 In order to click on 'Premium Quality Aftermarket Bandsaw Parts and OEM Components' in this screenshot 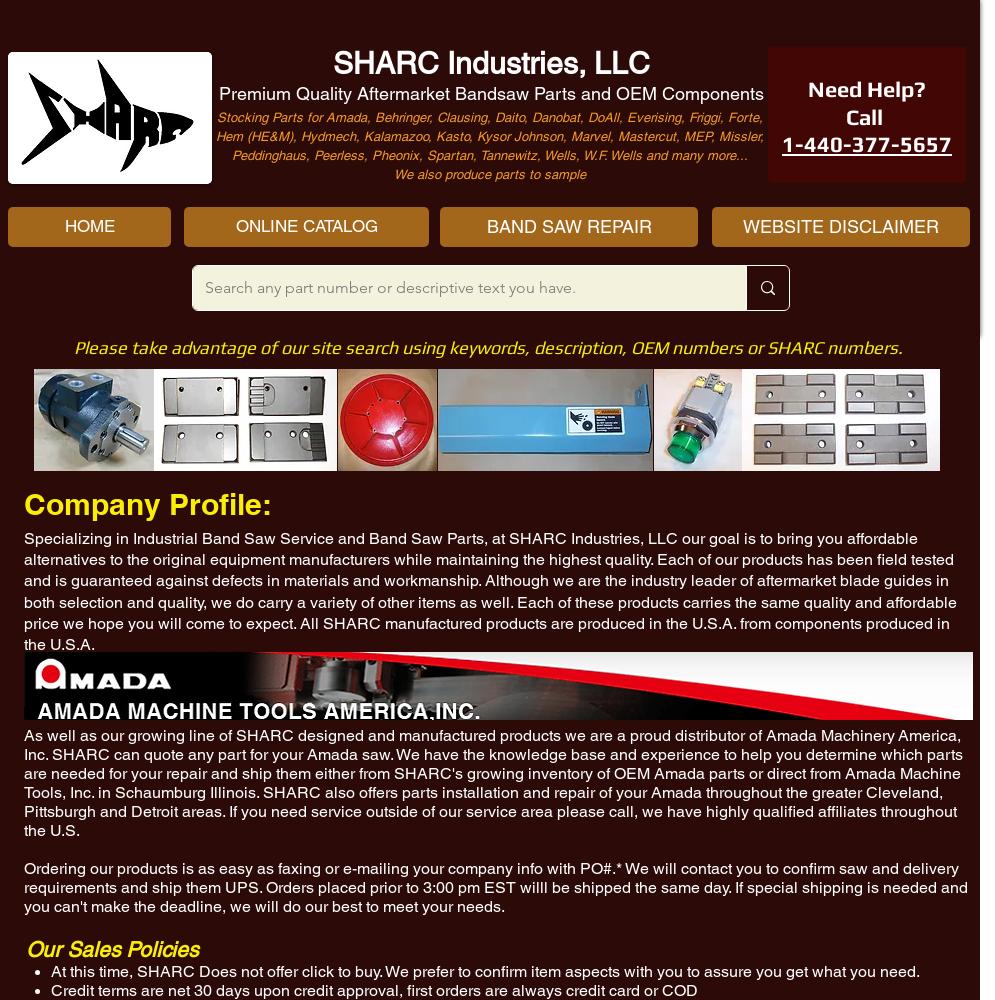, I will do `click(490, 92)`.